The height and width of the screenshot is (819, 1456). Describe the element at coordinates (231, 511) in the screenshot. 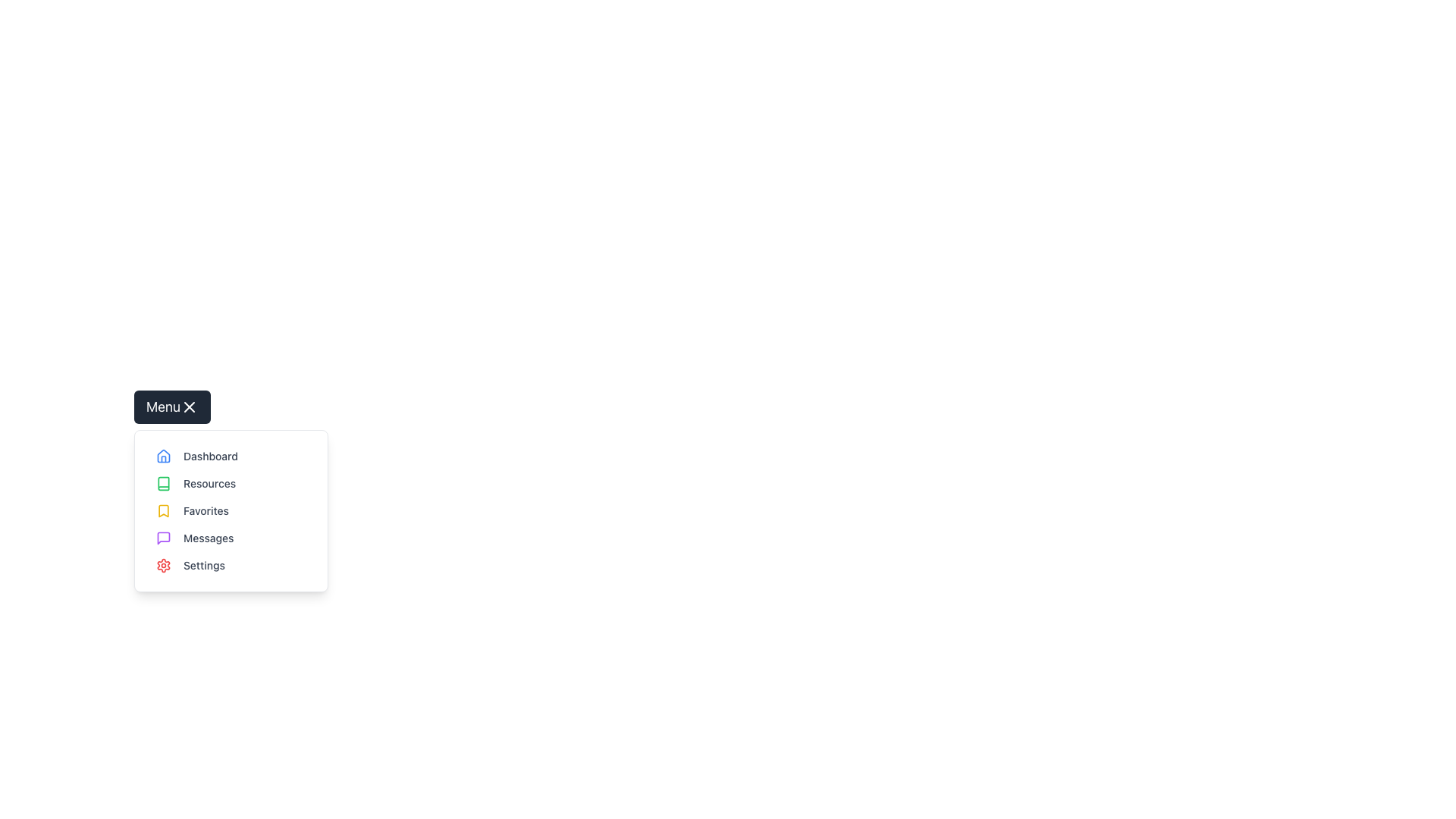

I see `outside the Dropdown Menu List` at that location.